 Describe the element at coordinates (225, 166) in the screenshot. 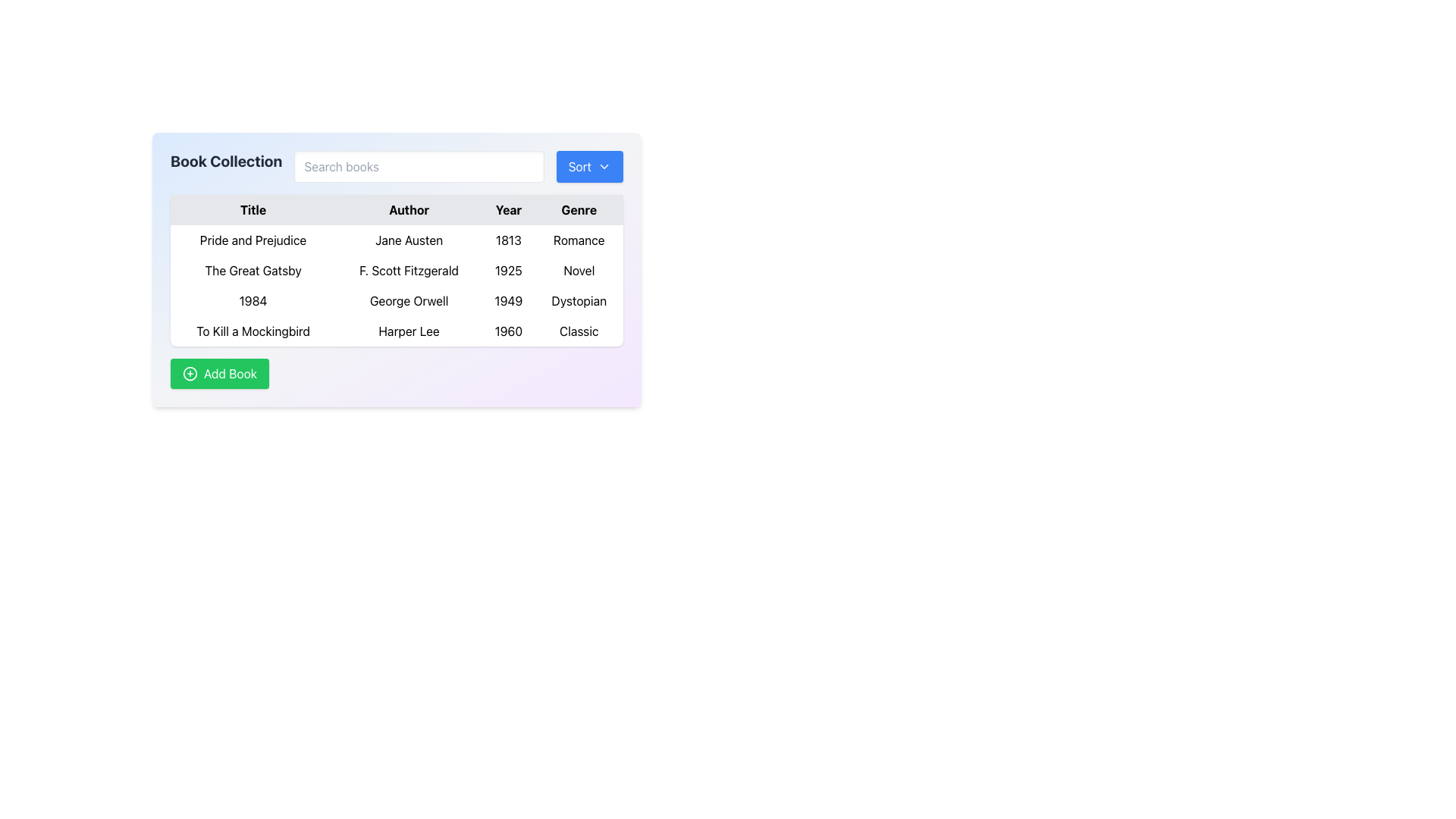

I see `the bold, large-sized static text label reading 'Book Collection' located in the upper-left corner of the panel` at that location.